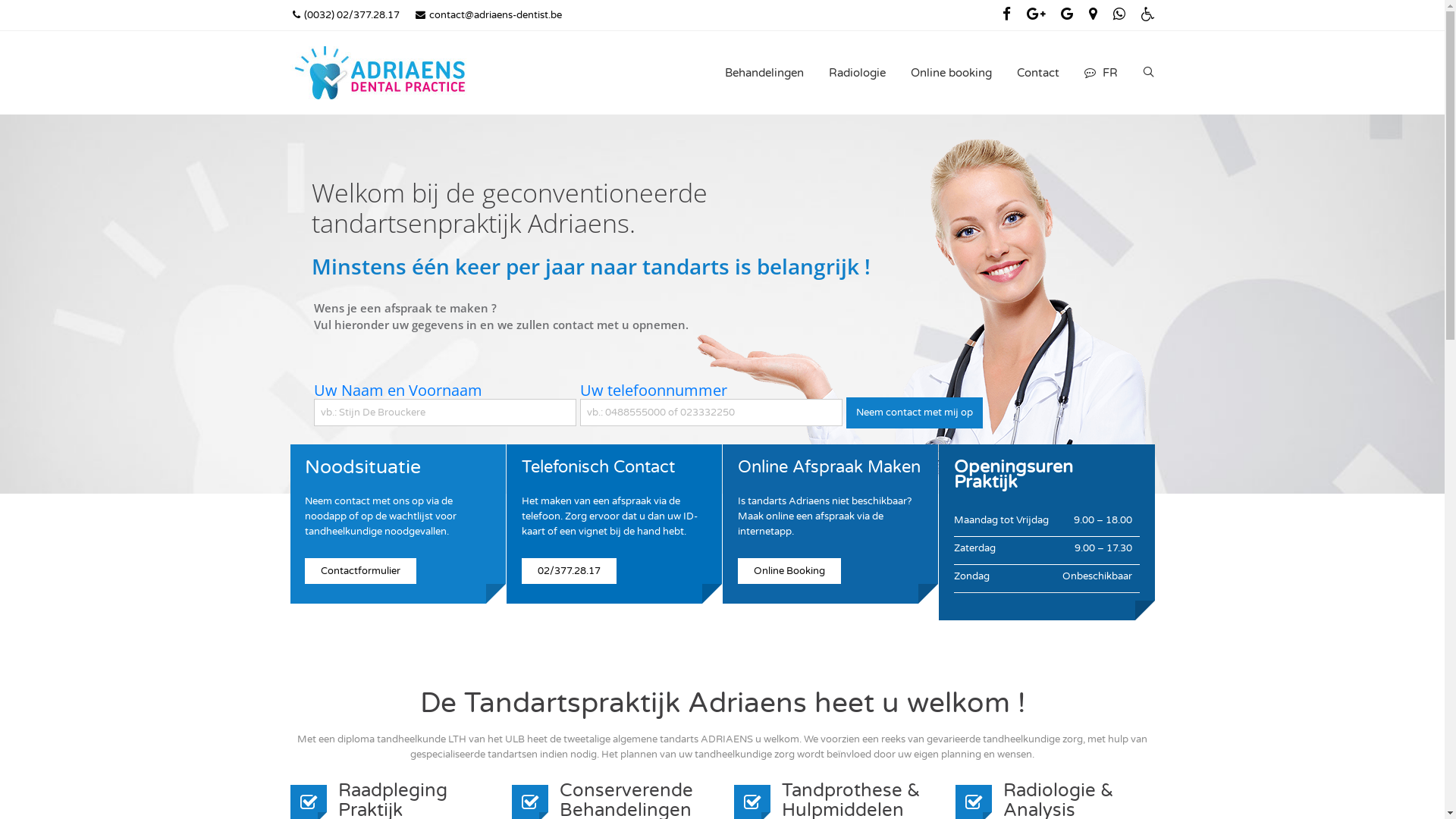  What do you see at coordinates (829, 466) in the screenshot?
I see `'Online Afspraak Maken'` at bounding box center [829, 466].